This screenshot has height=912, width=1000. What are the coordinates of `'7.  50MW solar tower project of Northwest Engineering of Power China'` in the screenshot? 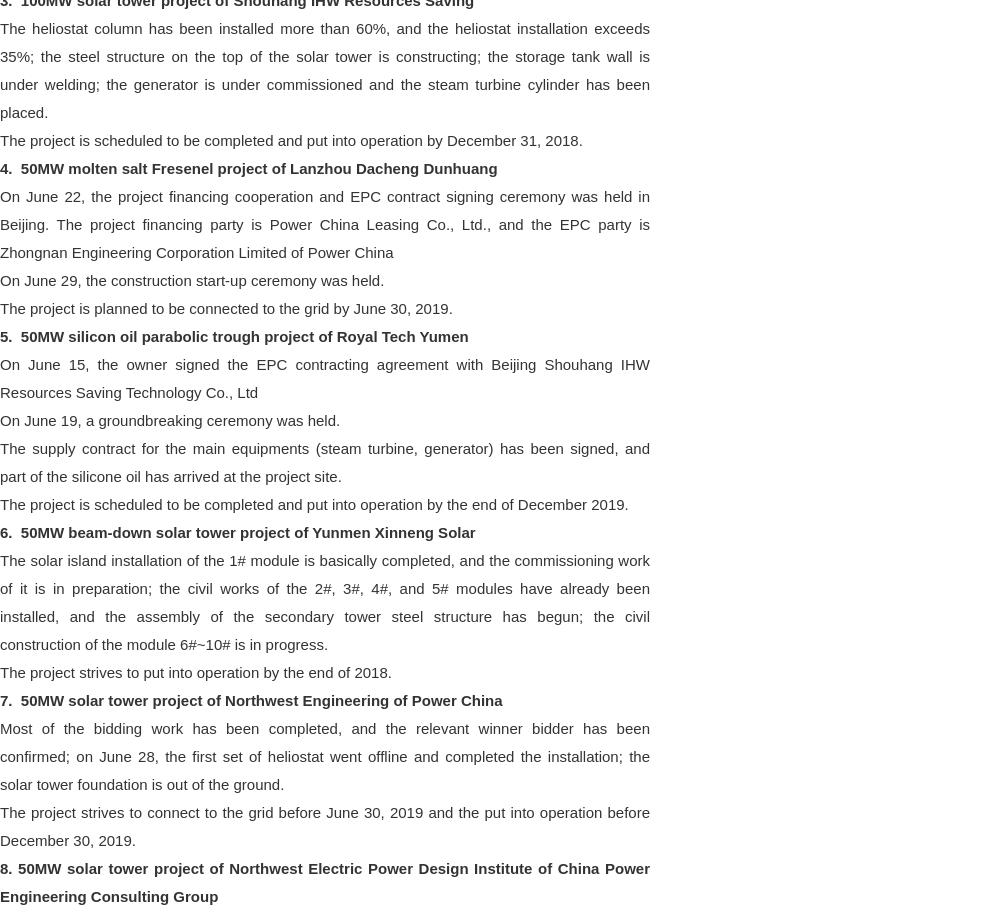 It's located at (251, 699).